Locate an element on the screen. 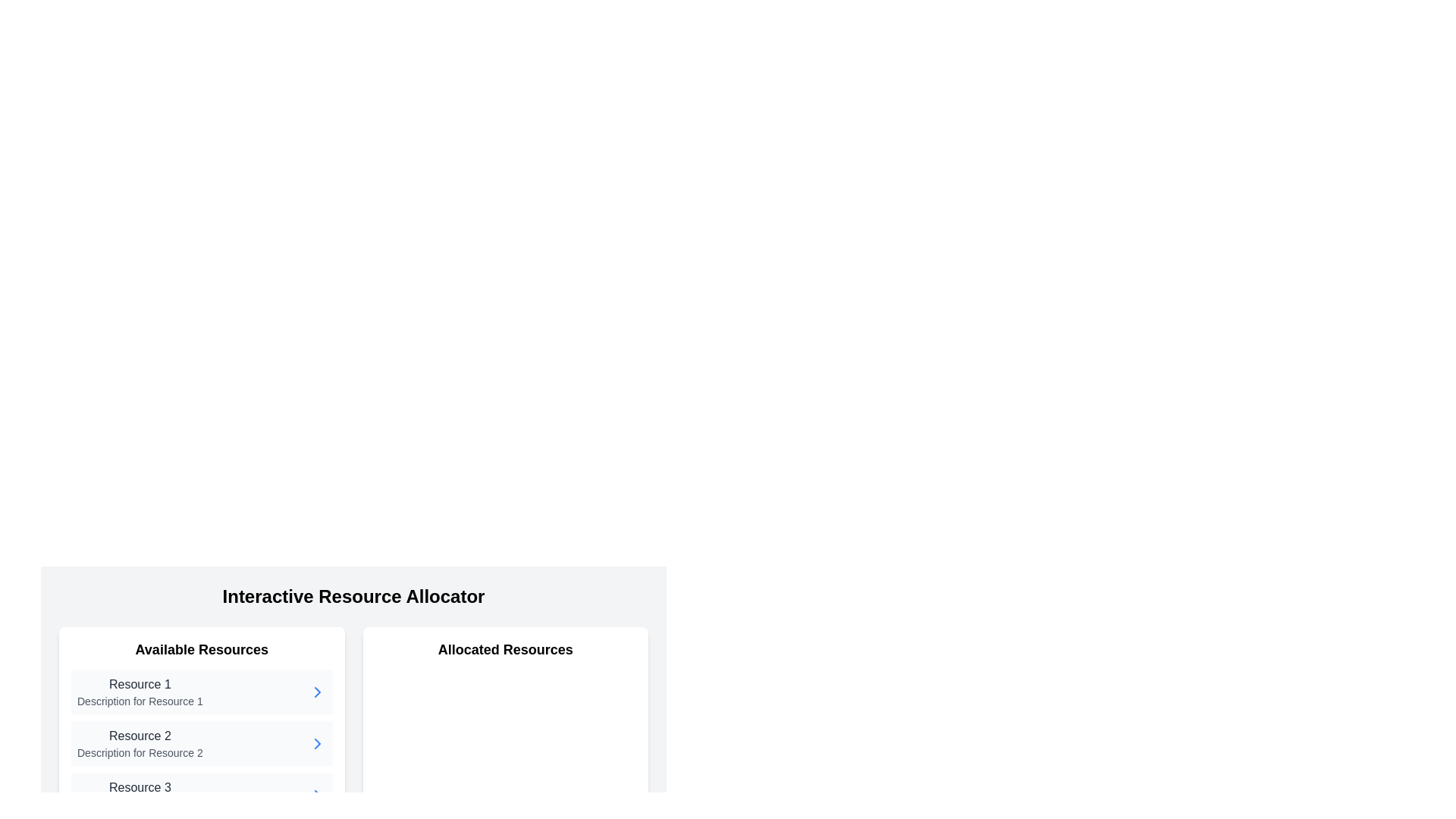 The height and width of the screenshot is (819, 1456). the first selectable list item representing a specific resource in the 'Available Resources' section is located at coordinates (201, 692).